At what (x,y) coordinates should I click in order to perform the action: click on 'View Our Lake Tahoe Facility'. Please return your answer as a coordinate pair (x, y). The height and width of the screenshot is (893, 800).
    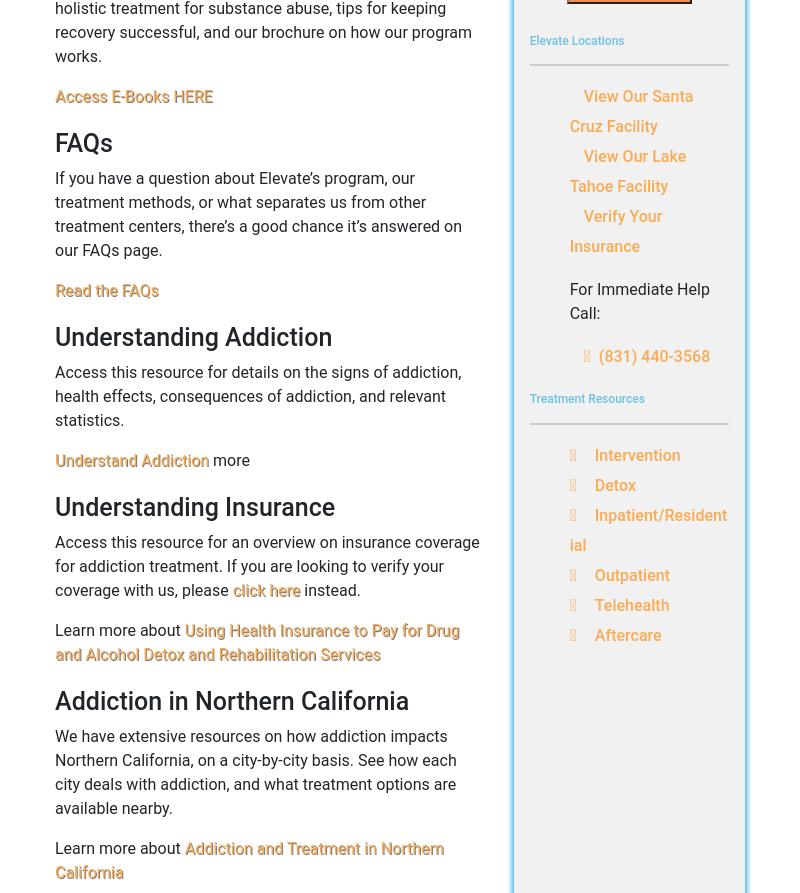
    Looking at the image, I should click on (627, 170).